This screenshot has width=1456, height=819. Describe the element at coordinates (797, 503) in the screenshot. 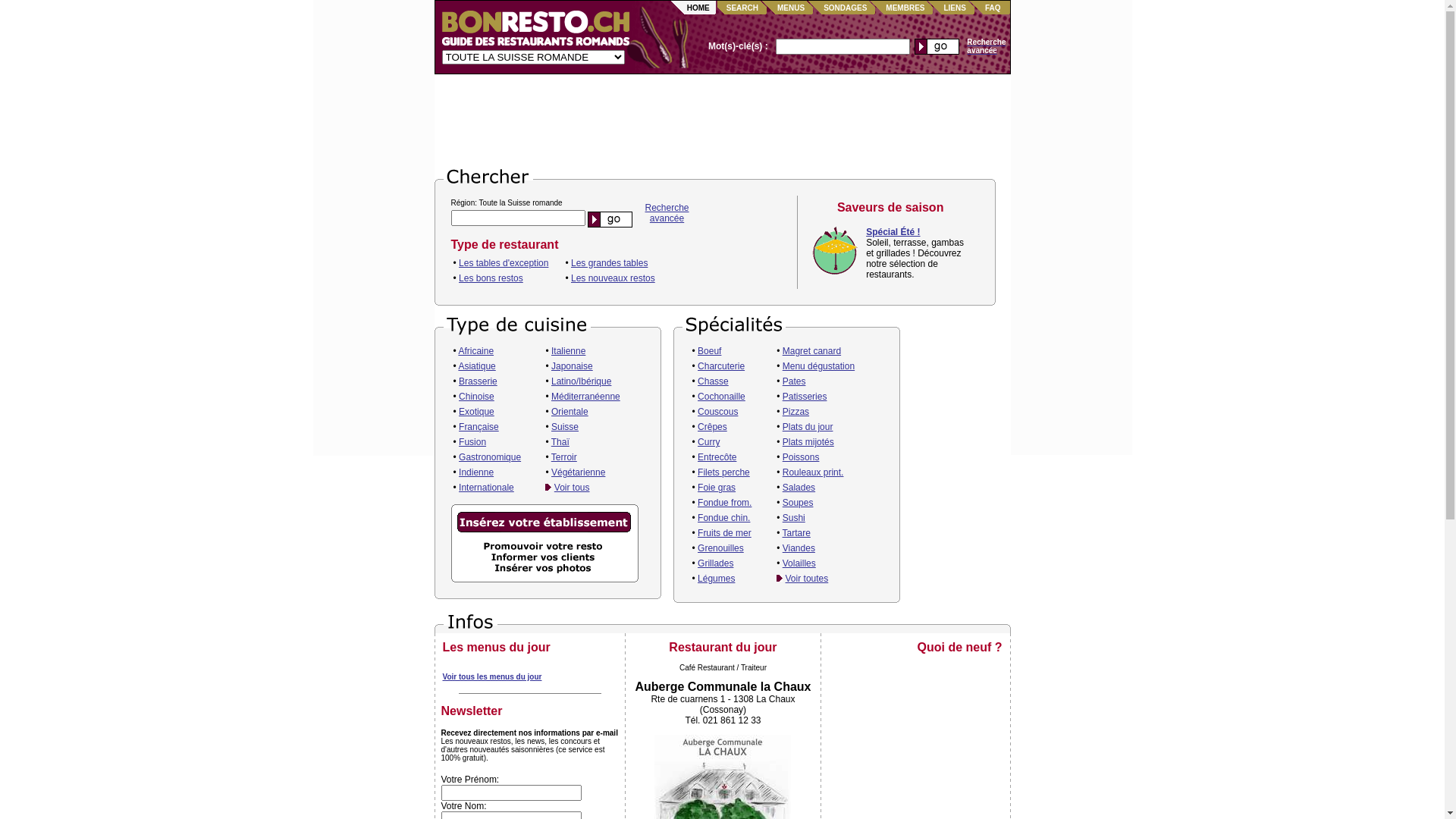

I see `'Soupes'` at that location.